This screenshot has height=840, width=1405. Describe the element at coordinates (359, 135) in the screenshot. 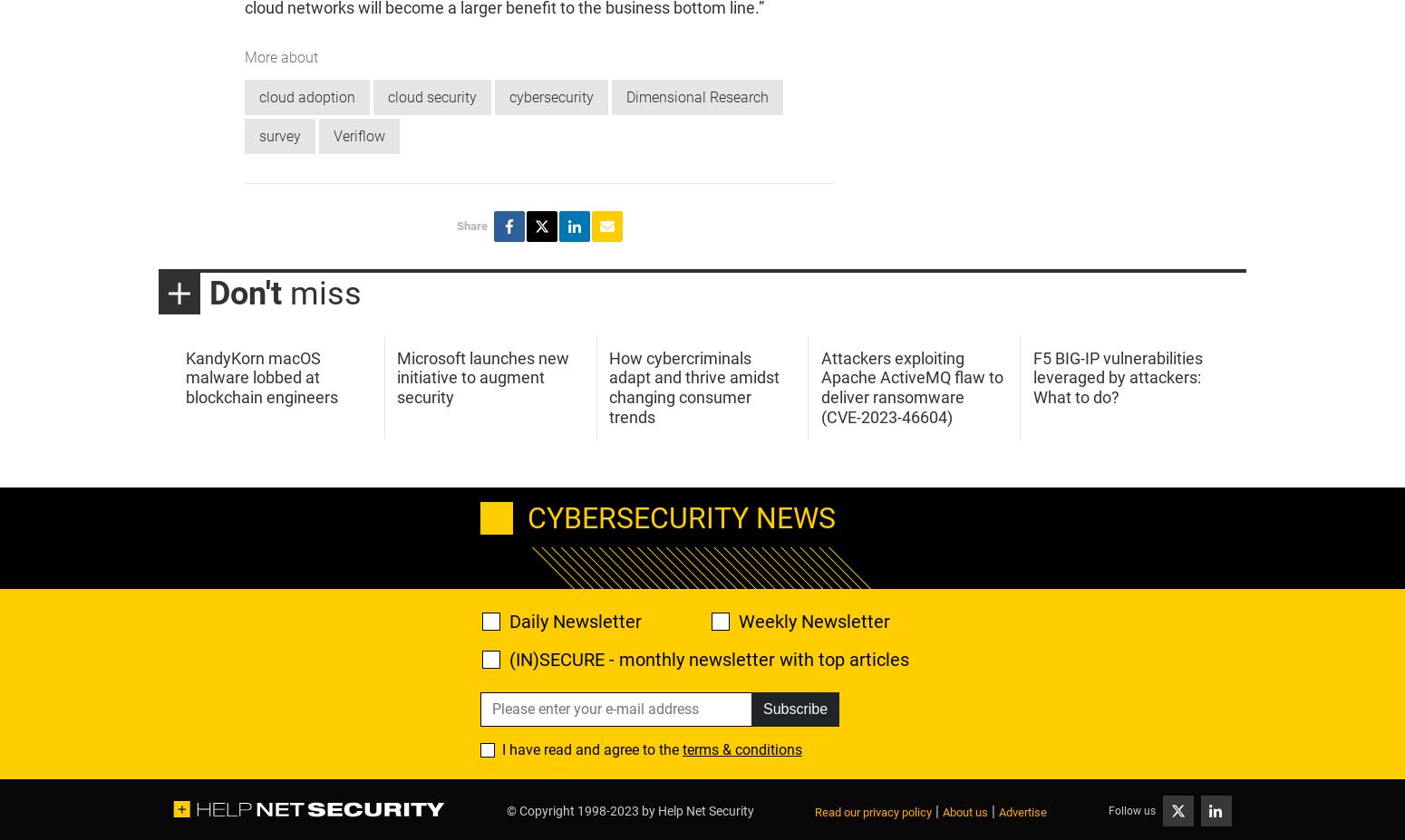

I see `'Veriflow'` at that location.